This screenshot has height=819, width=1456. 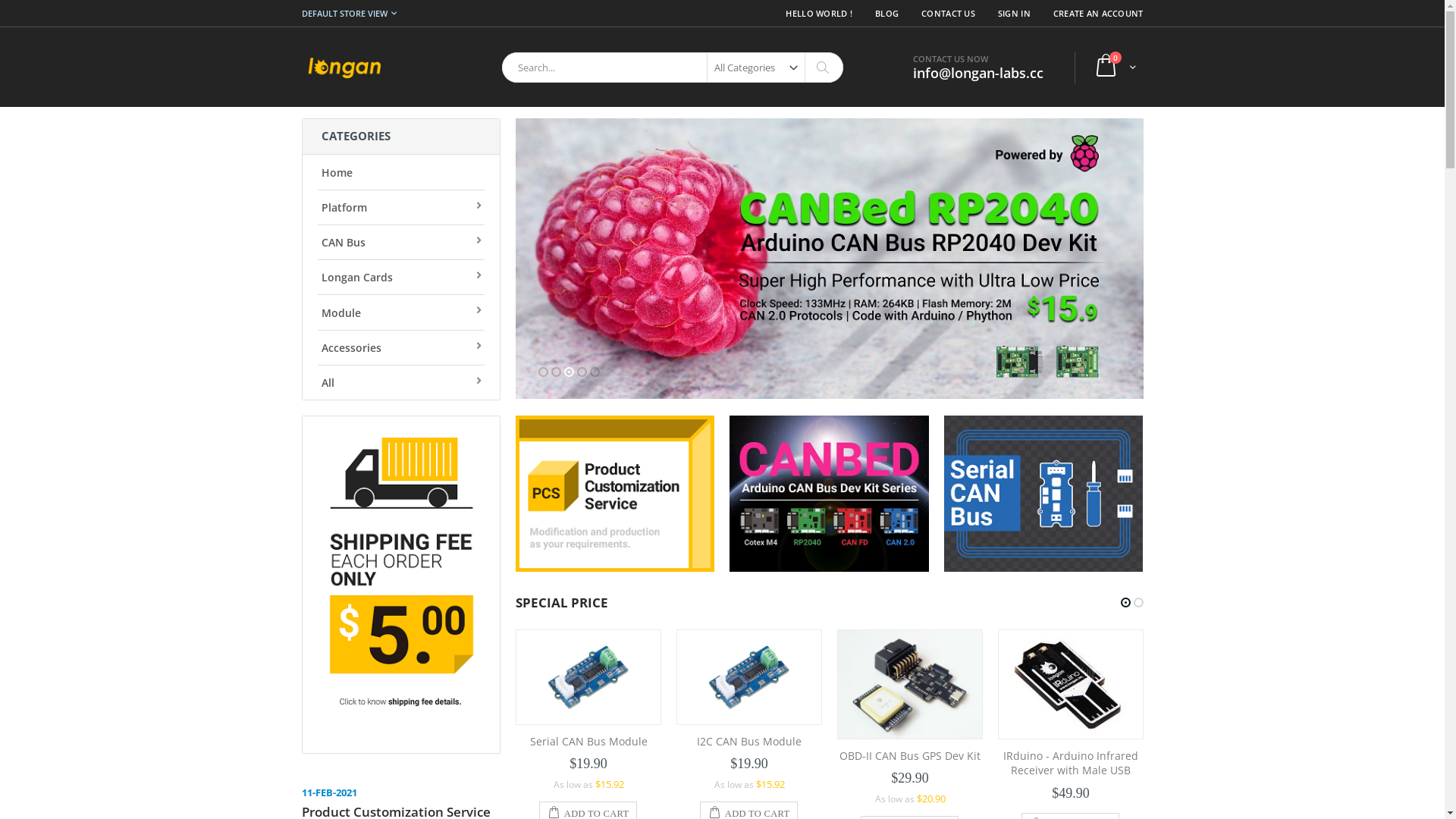 I want to click on 'Cart, so click(x=1093, y=66).